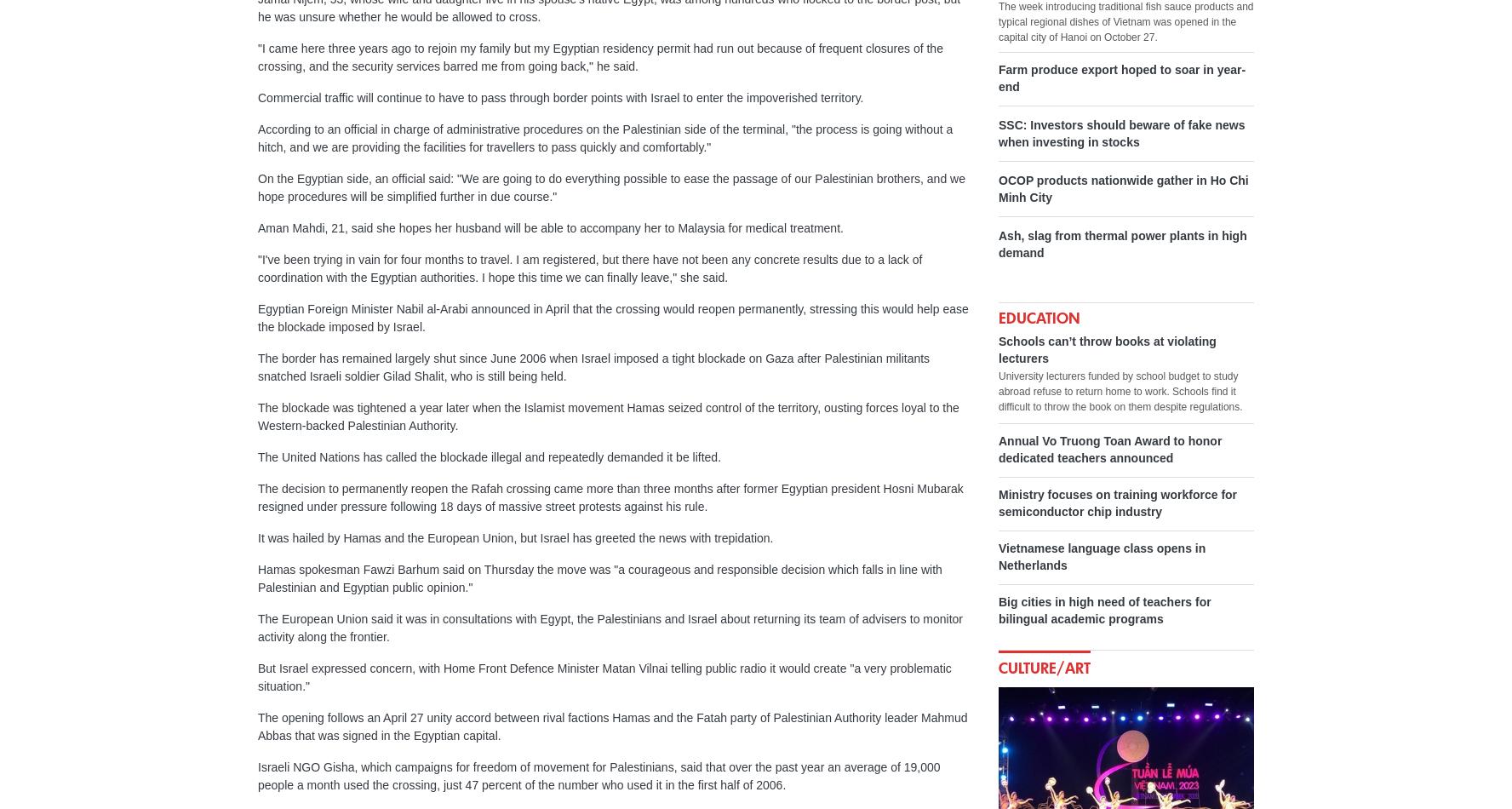  I want to click on 'Hamas spokesman Fawzi Barhum said on Thursday the move was "a courageous and responsible decision which falls in line with Palestinian and Egyptian public opinion."', so click(256, 578).